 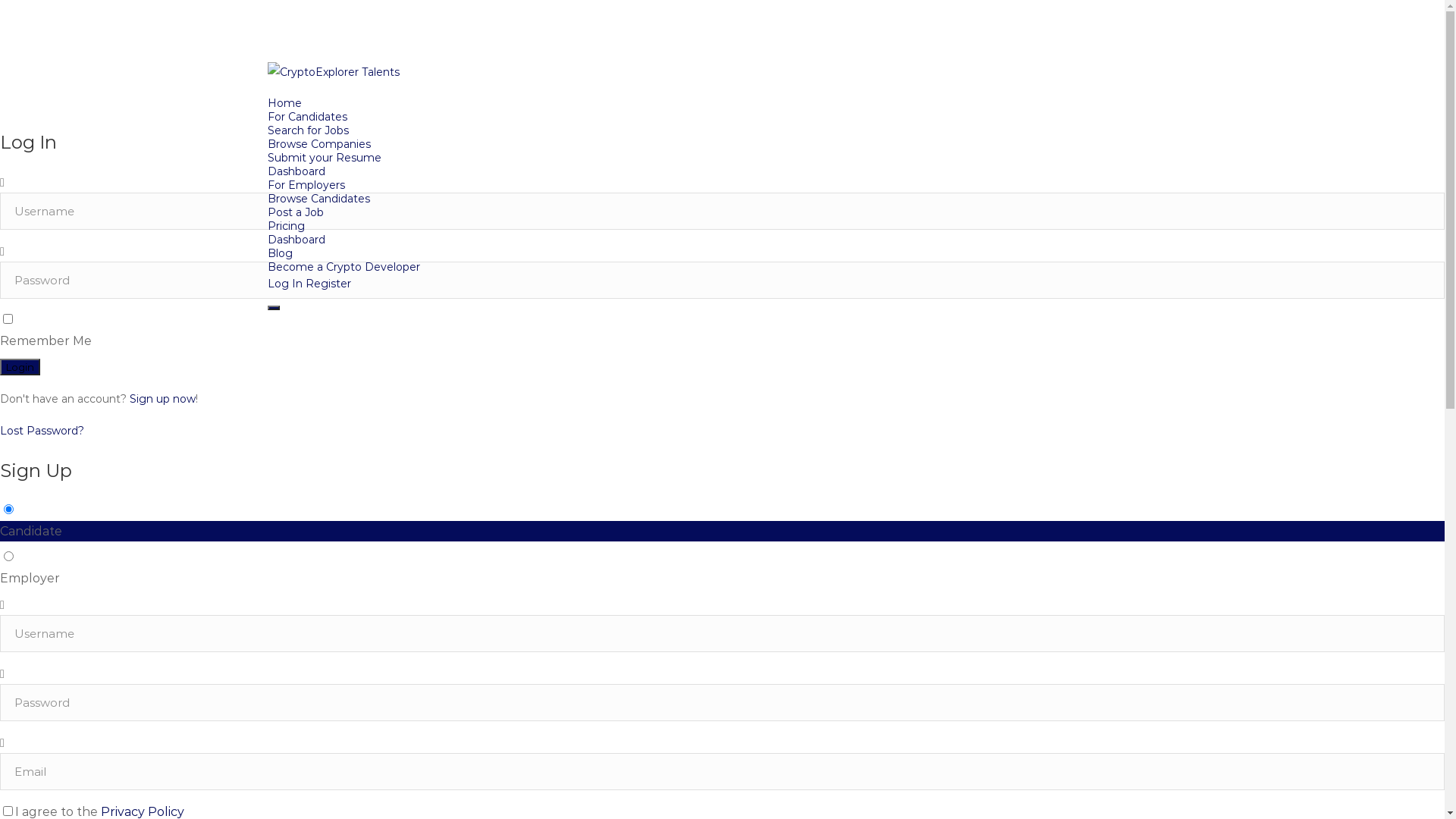 What do you see at coordinates (284, 102) in the screenshot?
I see `'Home'` at bounding box center [284, 102].